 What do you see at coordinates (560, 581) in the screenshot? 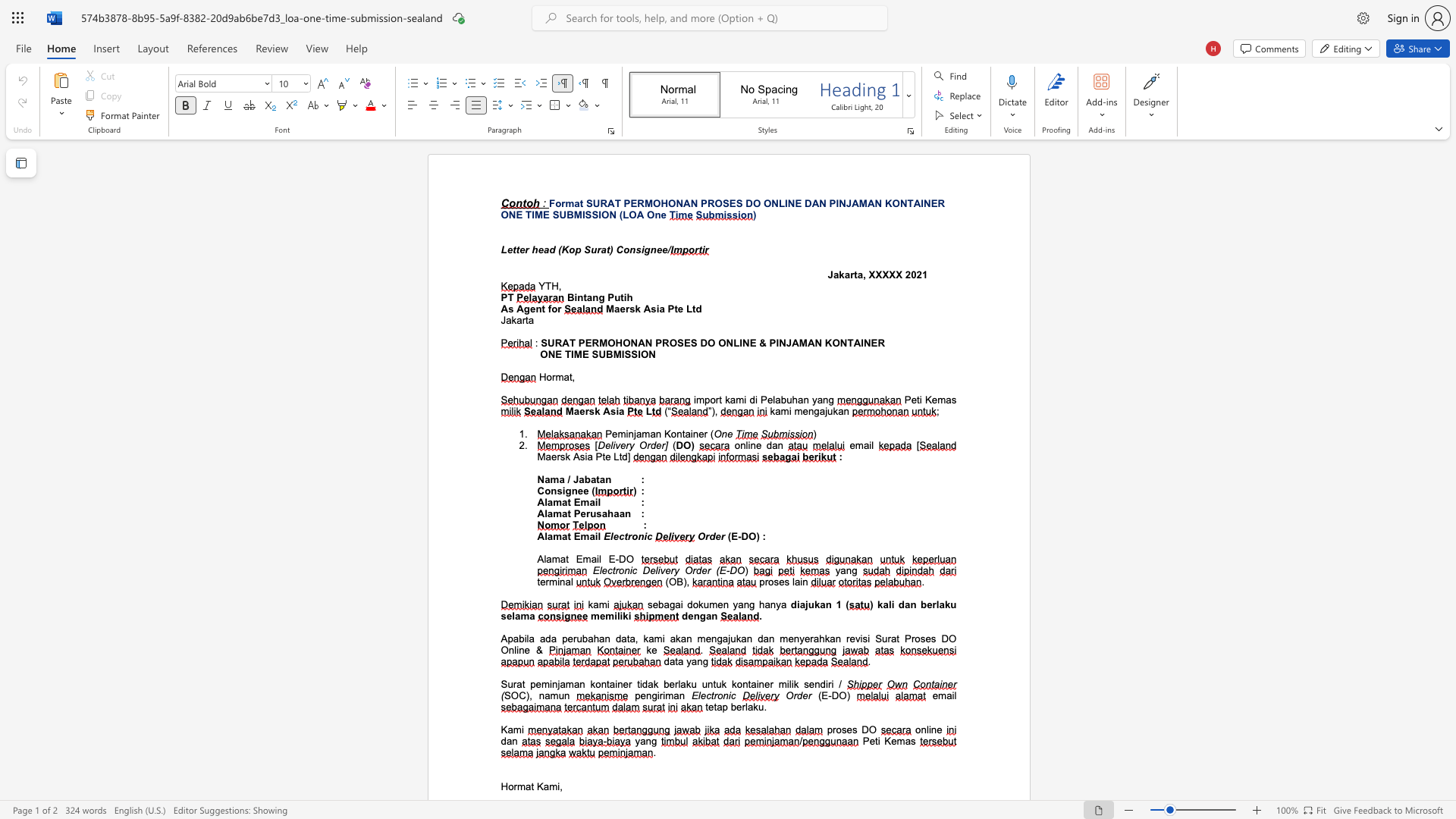
I see `the space between the continuous character "i" and "n" in the text` at bounding box center [560, 581].